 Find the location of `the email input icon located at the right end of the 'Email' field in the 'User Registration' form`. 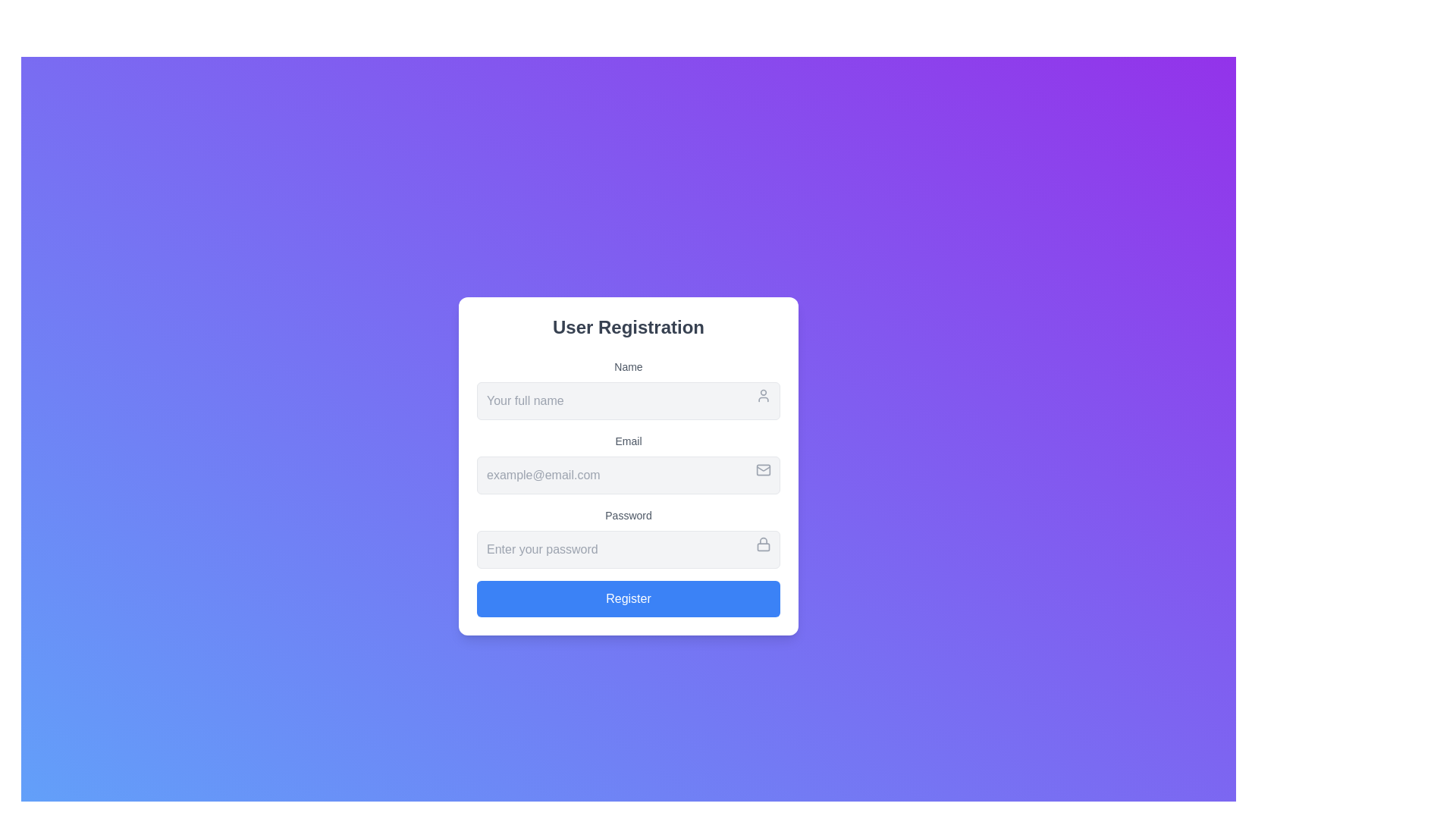

the email input icon located at the right end of the 'Email' field in the 'User Registration' form is located at coordinates (764, 469).